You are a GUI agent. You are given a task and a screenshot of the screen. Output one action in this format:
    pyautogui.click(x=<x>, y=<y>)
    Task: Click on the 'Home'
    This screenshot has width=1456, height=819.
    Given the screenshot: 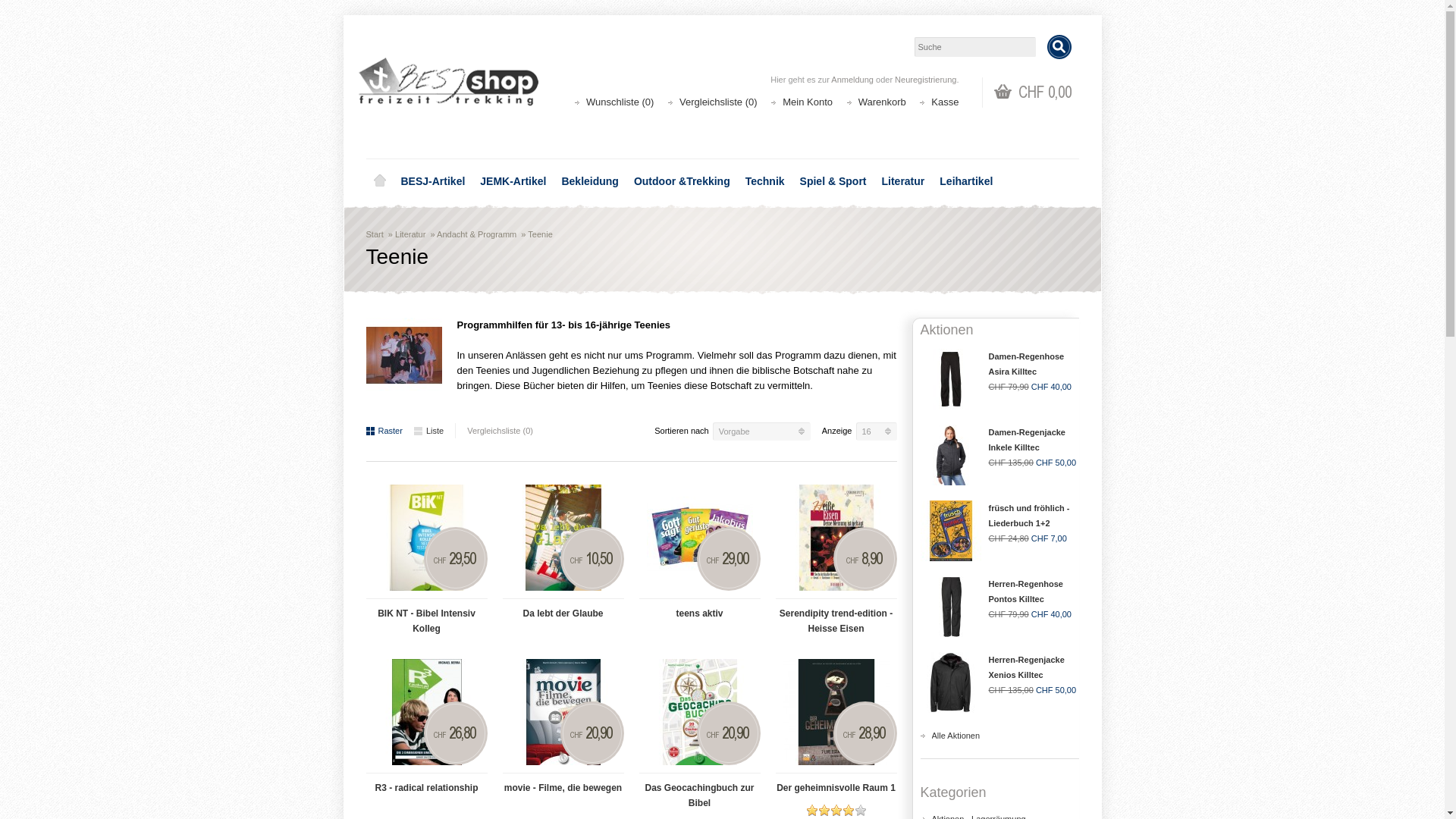 What is the action you would take?
    pyautogui.click(x=378, y=180)
    